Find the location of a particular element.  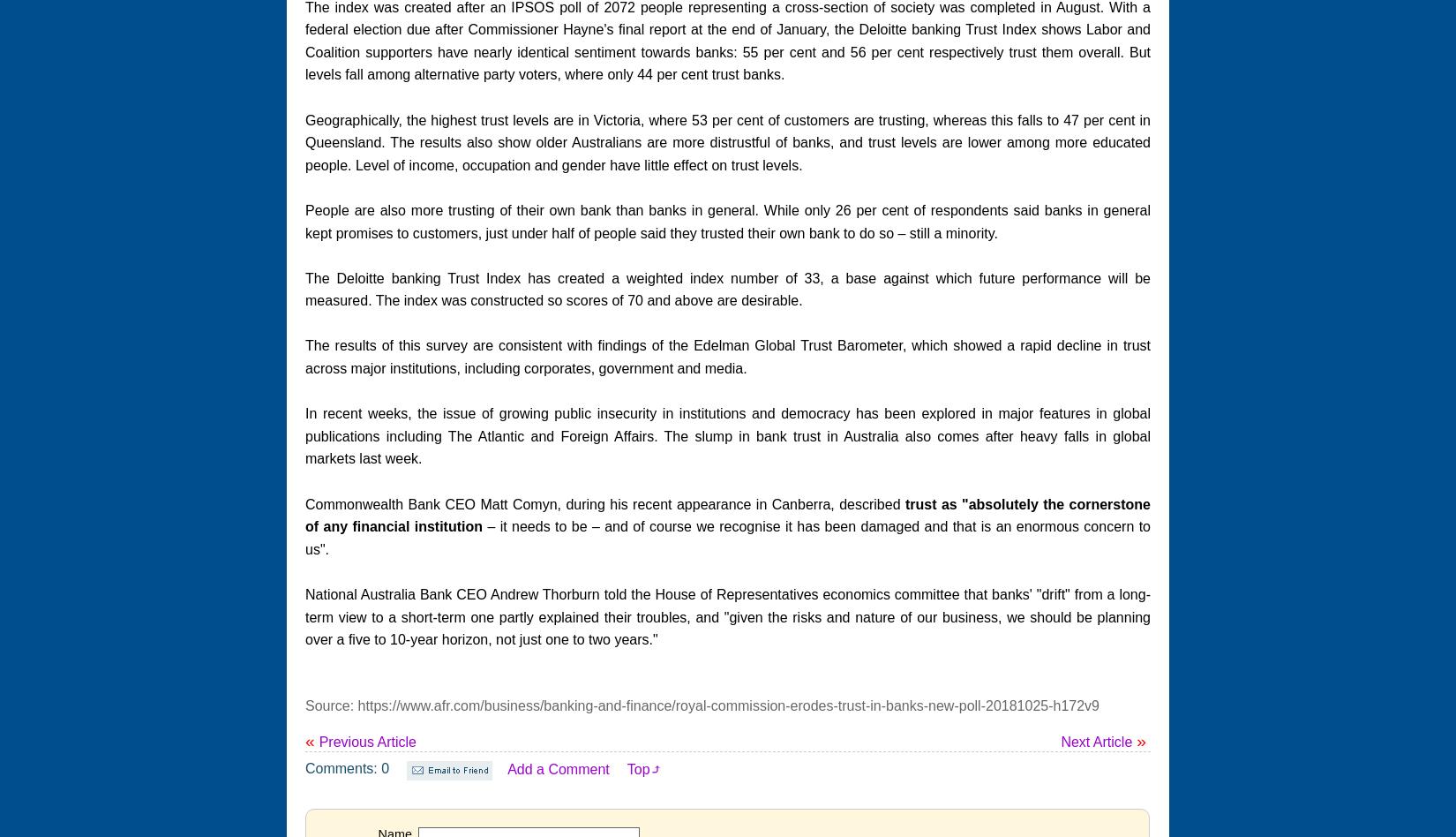

'The results of this survey are consistent with findings of the Edelman Global Trust Barometer, which showed a rapid decline in trust across major institutions, including corporates, government and media.' is located at coordinates (305, 356).